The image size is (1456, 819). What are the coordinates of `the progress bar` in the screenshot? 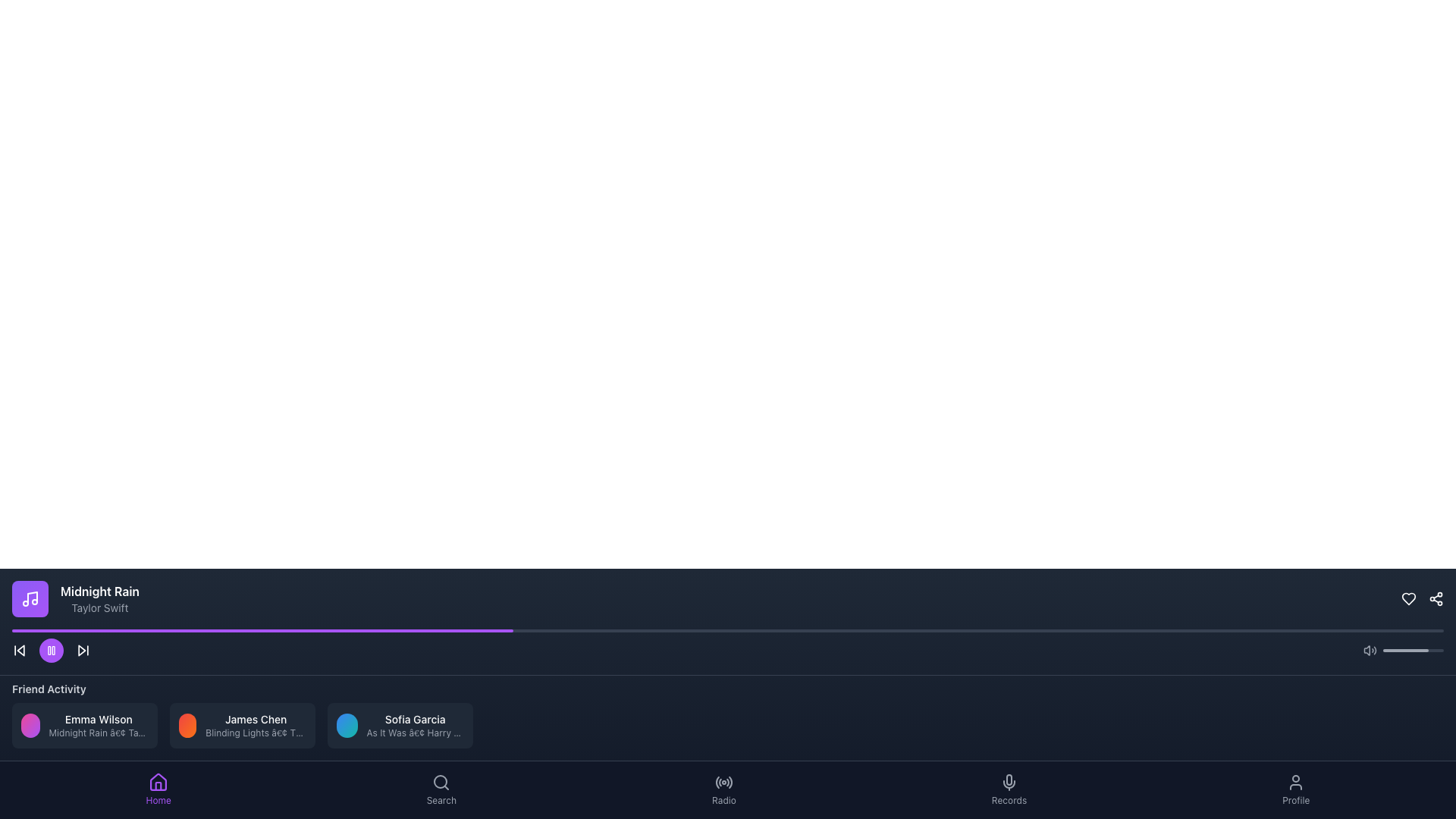 It's located at (342, 631).